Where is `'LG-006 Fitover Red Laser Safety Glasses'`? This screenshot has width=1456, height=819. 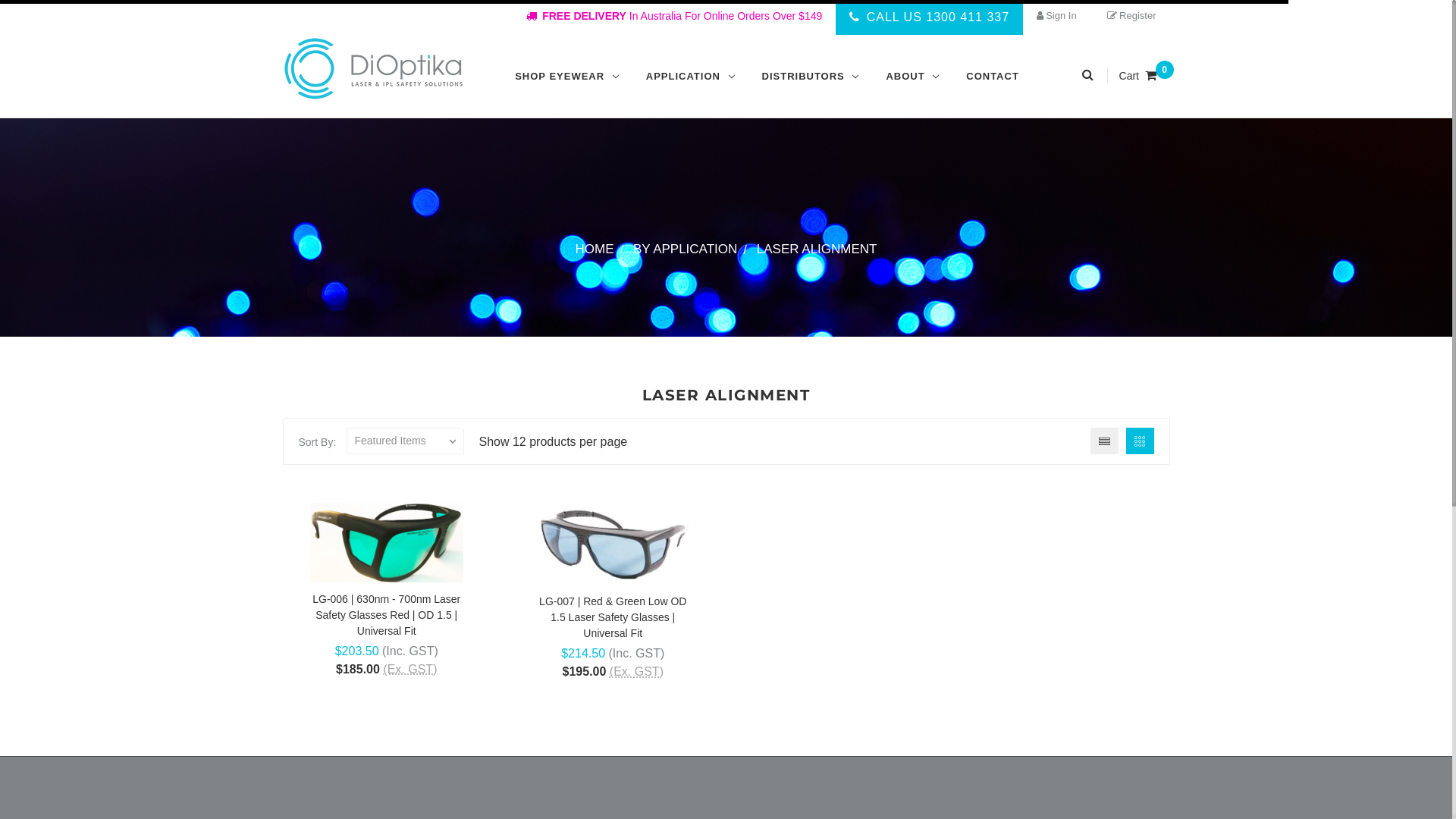 'LG-006 Fitover Red Laser Safety Glasses' is located at coordinates (309, 541).